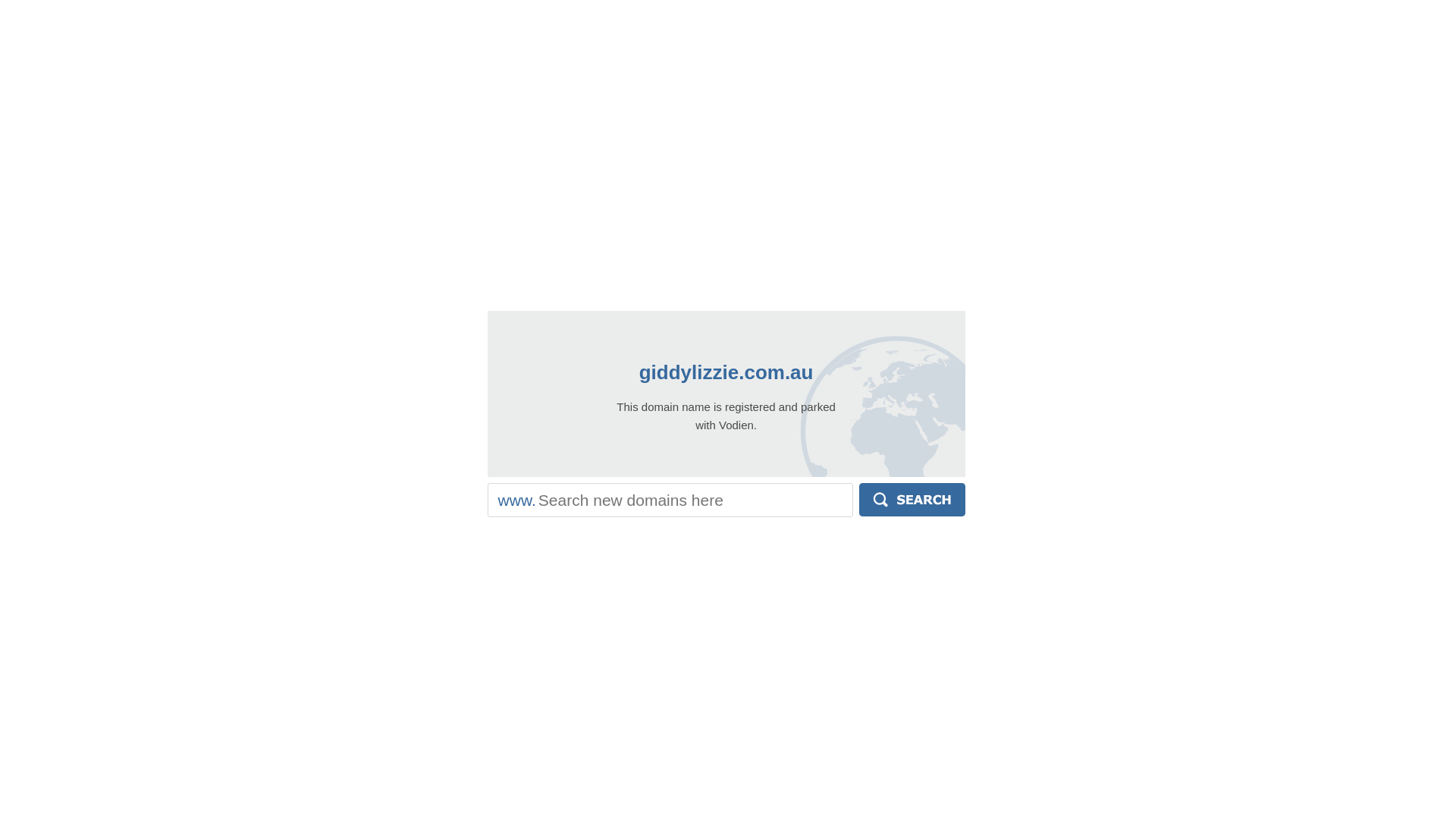  What do you see at coordinates (912, 500) in the screenshot?
I see `'Search'` at bounding box center [912, 500].